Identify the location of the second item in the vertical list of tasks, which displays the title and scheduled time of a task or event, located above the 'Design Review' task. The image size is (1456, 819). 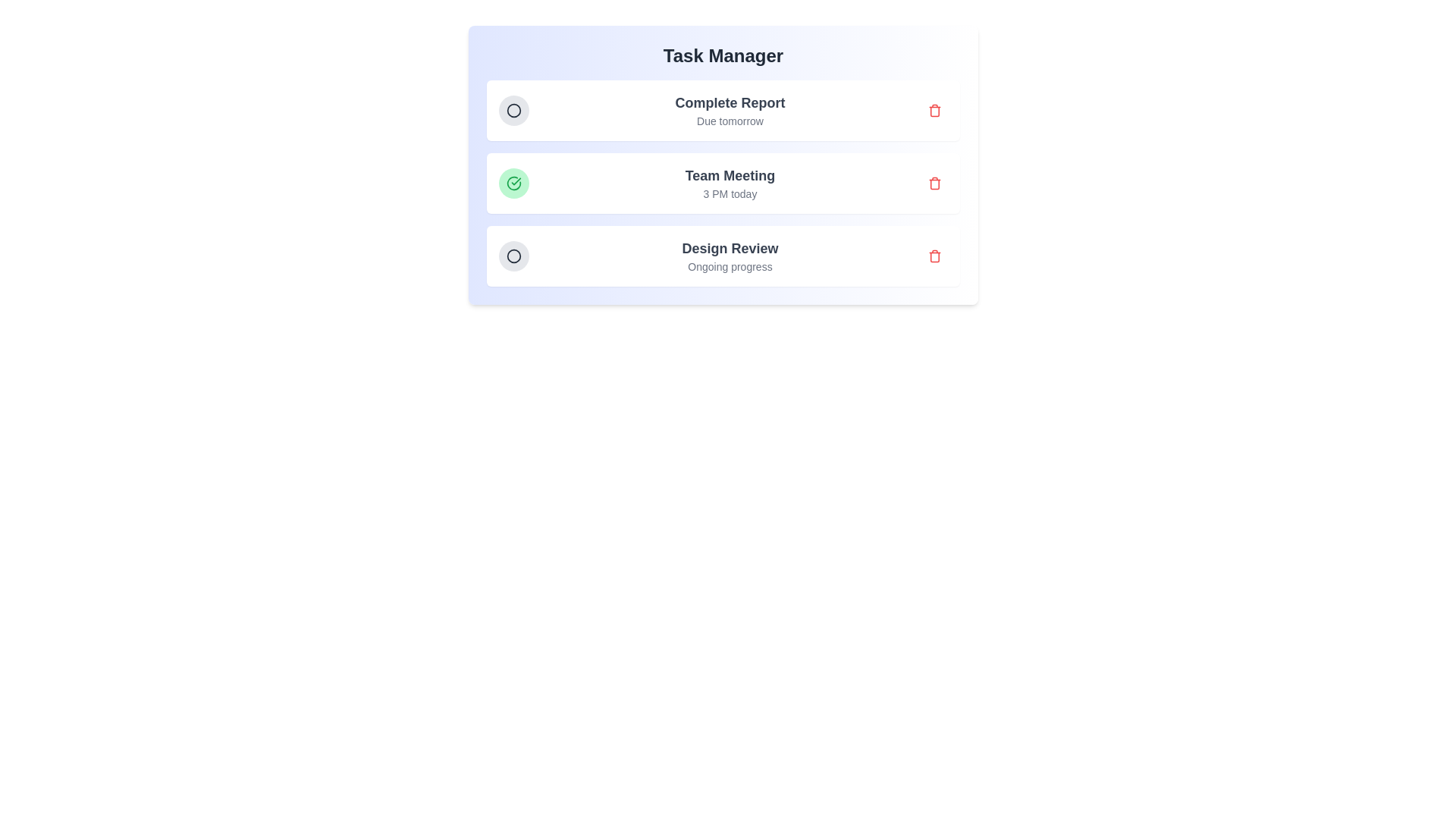
(730, 183).